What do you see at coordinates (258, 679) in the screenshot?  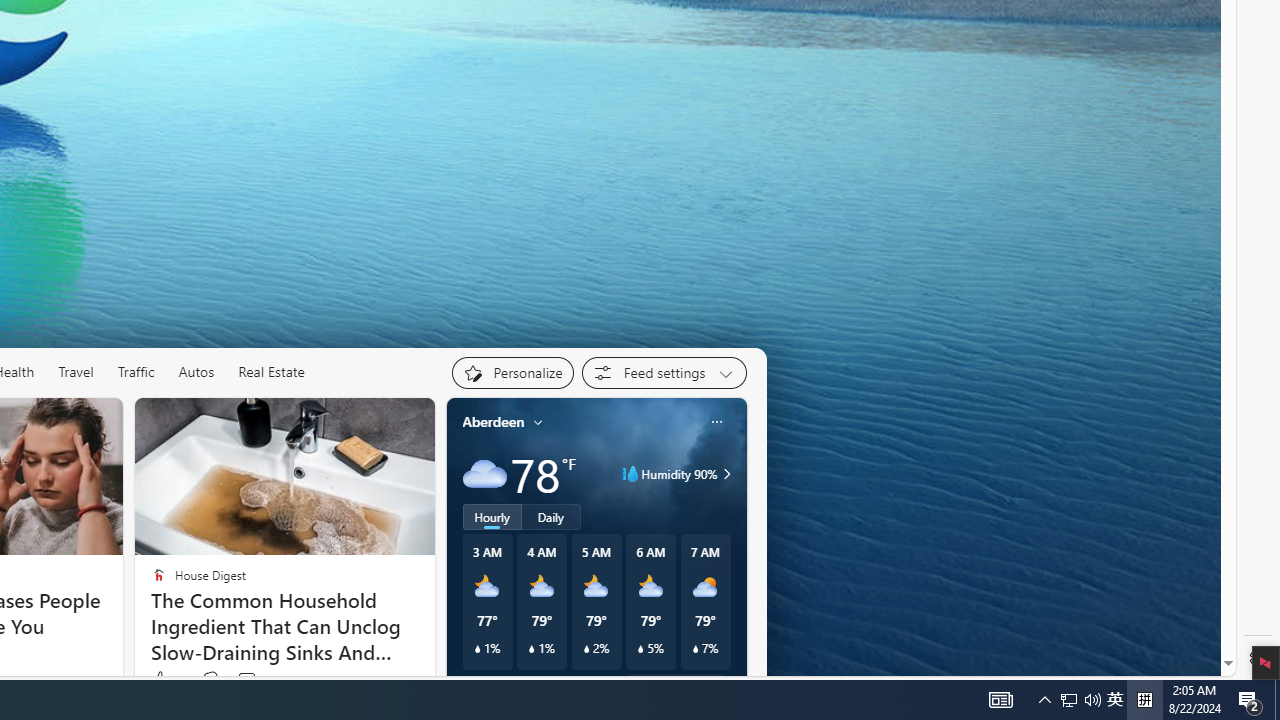 I see `'View comments 116 Comment'` at bounding box center [258, 679].